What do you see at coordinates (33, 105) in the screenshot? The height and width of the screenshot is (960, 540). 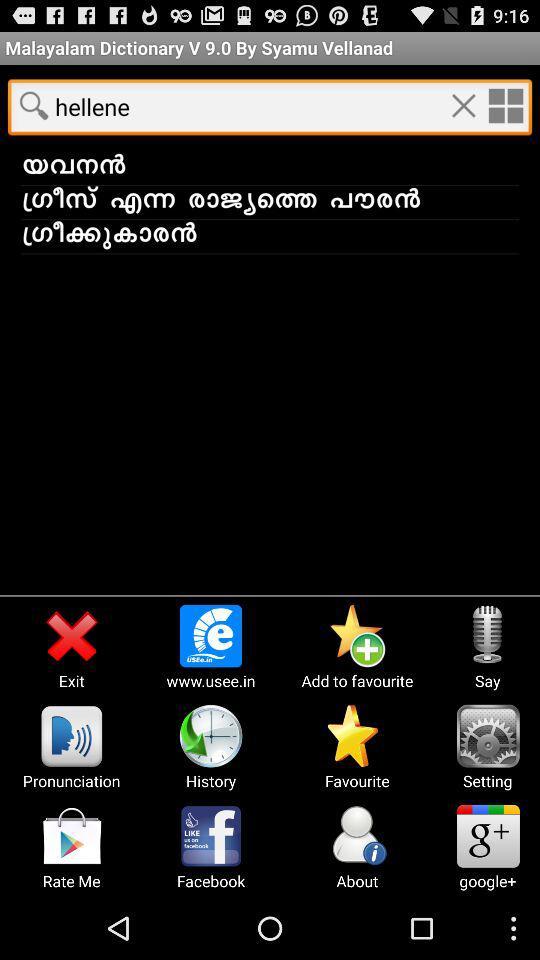 I see `search for word` at bounding box center [33, 105].